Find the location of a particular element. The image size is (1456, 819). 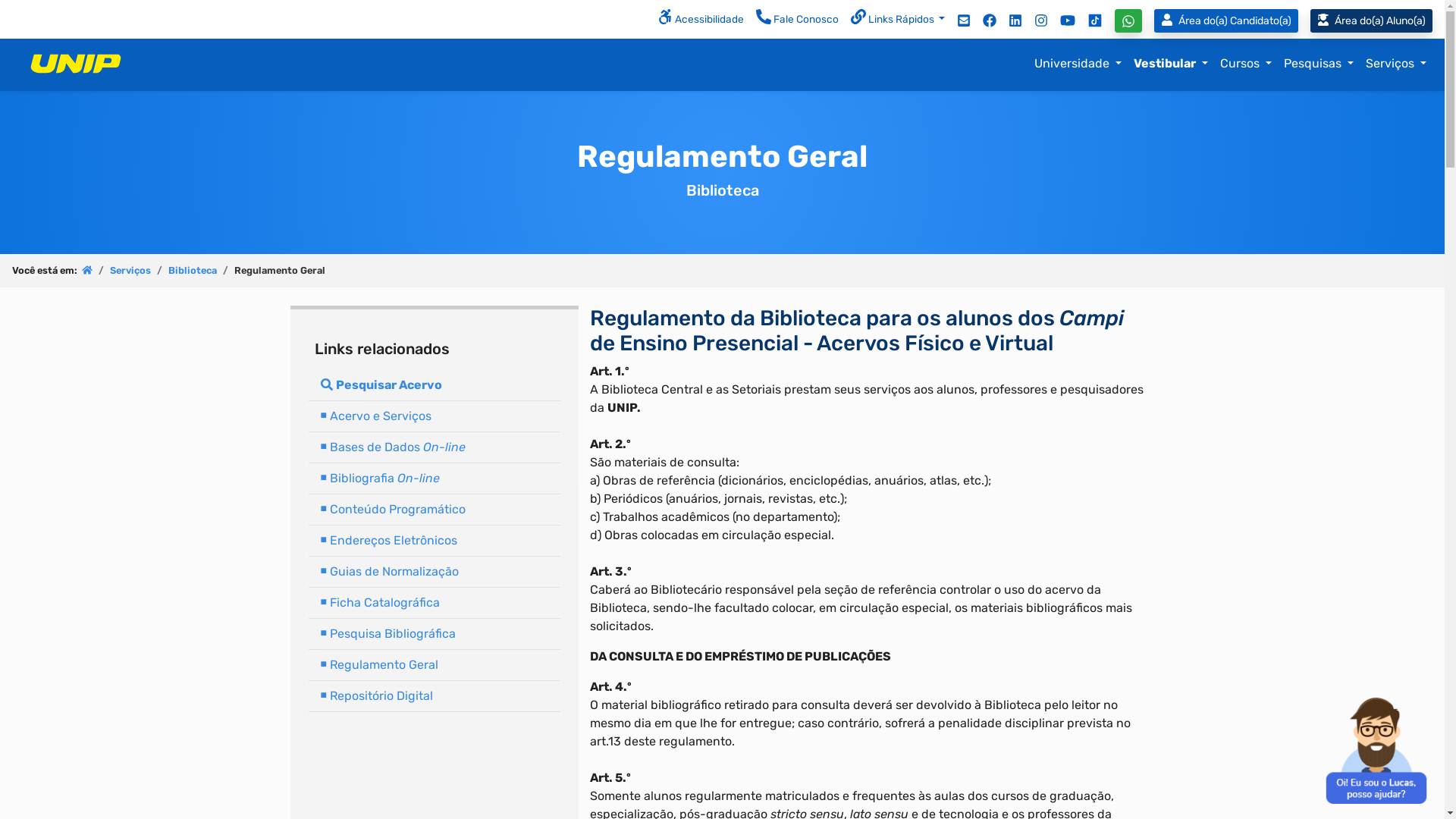

'Inscreva-se no canal da UNIP no YouTube' is located at coordinates (1066, 20).